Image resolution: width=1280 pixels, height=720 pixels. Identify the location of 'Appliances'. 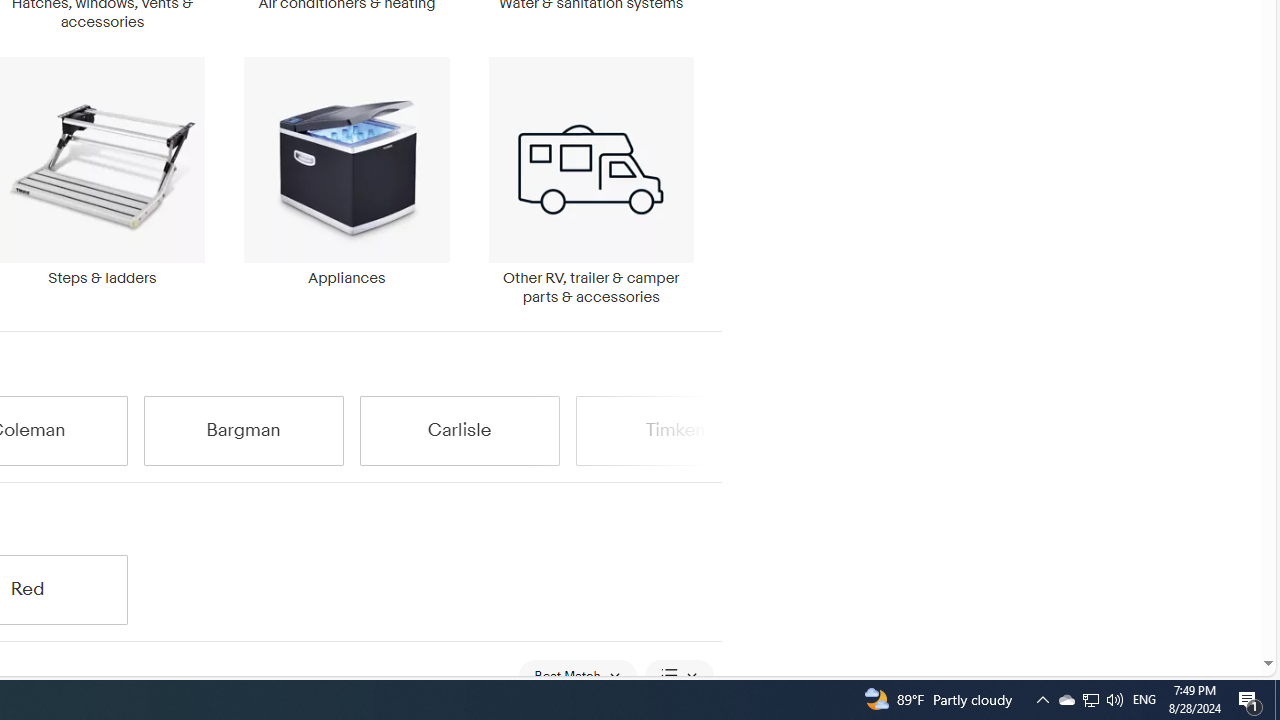
(346, 181).